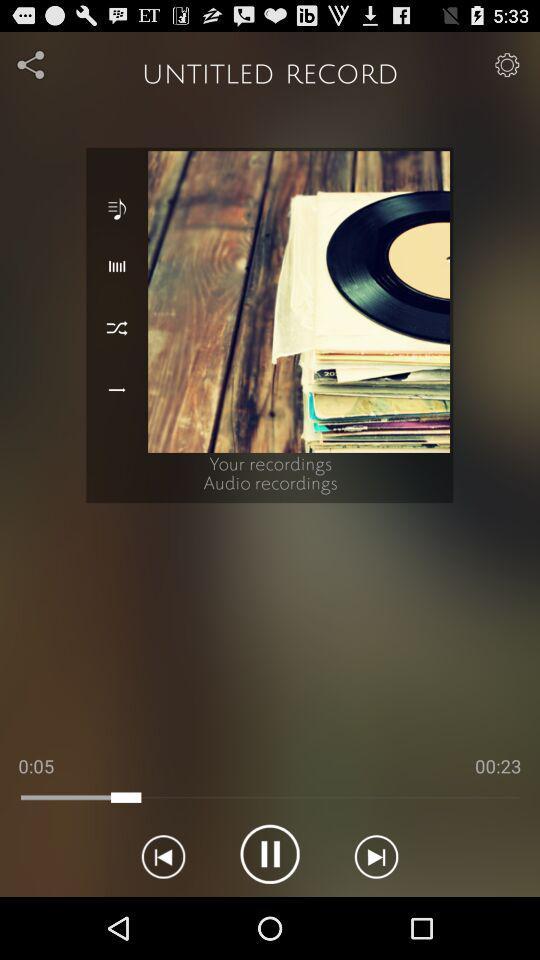  I want to click on pause button, so click(270, 853).